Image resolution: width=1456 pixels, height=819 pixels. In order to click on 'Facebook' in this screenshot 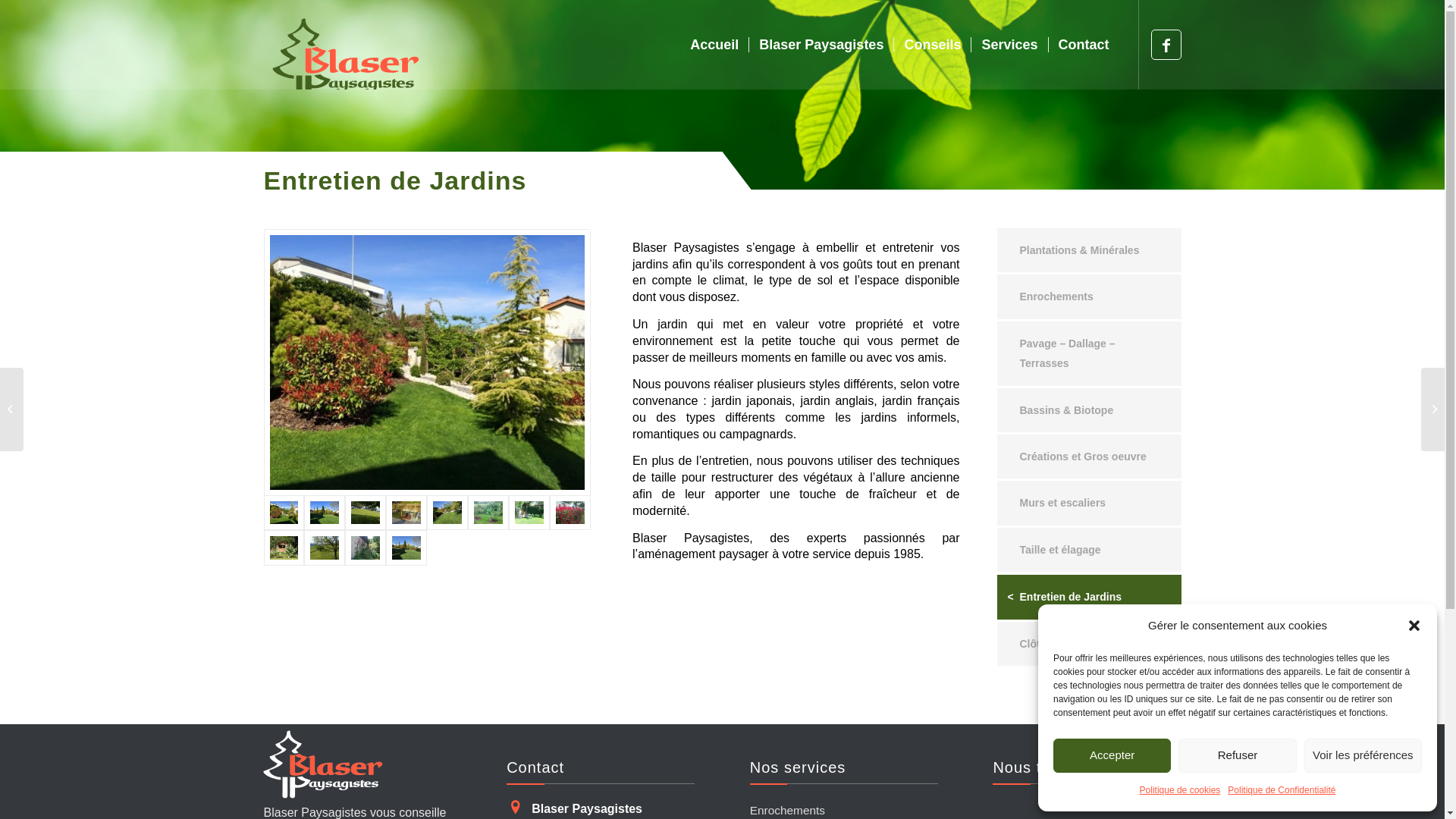, I will do `click(1165, 43)`.